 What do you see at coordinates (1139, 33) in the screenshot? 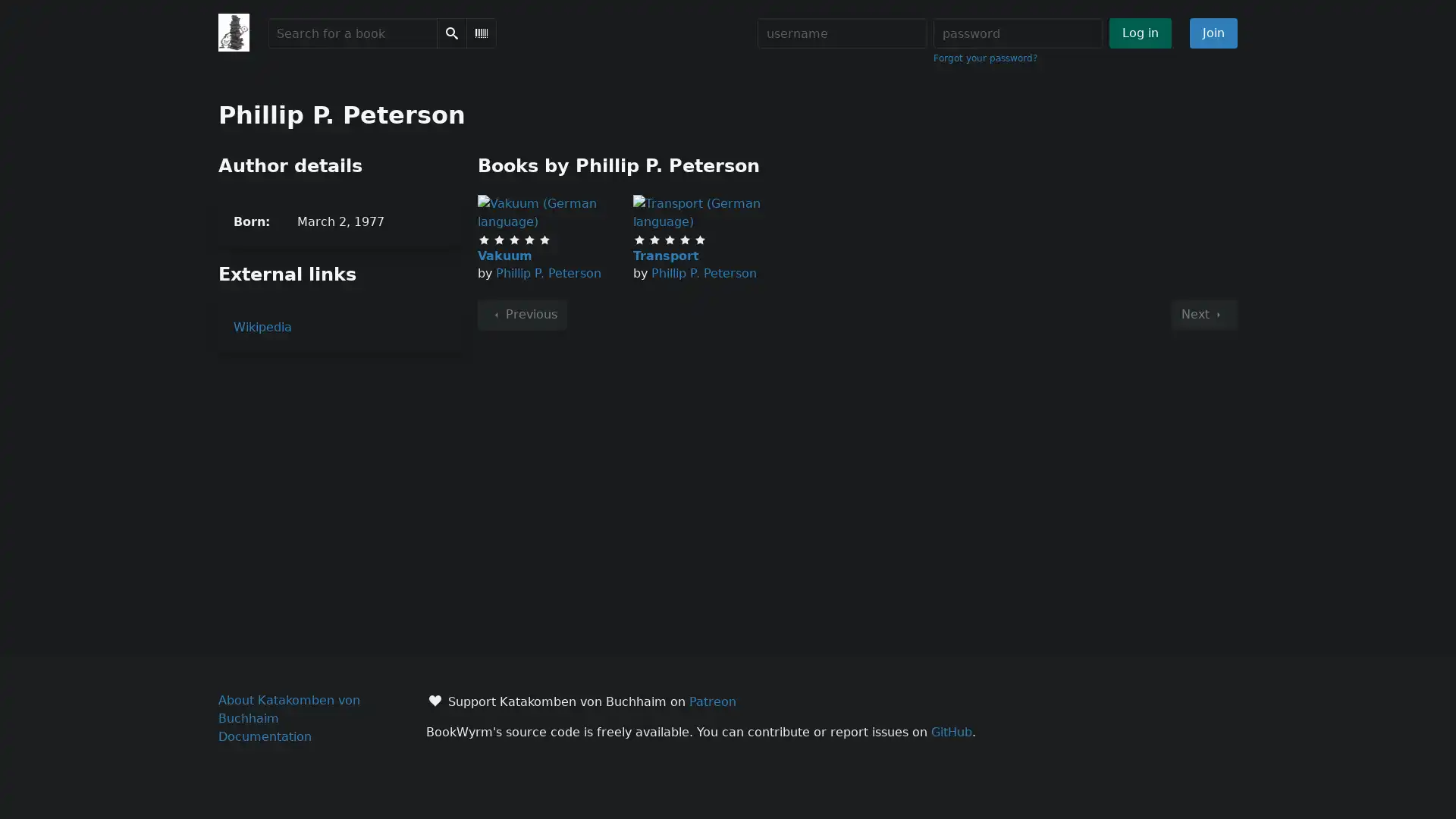
I see `Log in` at bounding box center [1139, 33].